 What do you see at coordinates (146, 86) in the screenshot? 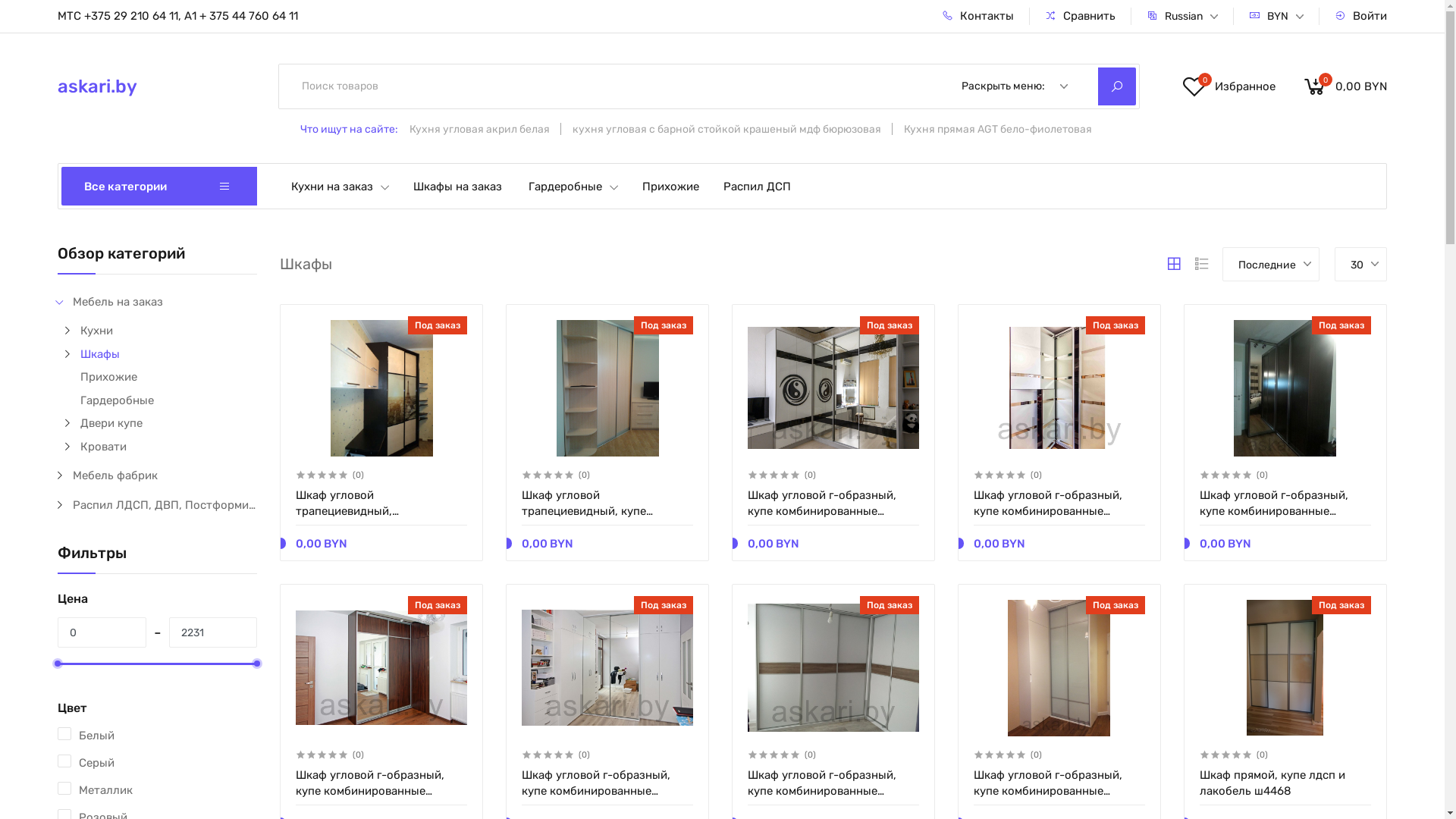
I see `'askari.by'` at bounding box center [146, 86].